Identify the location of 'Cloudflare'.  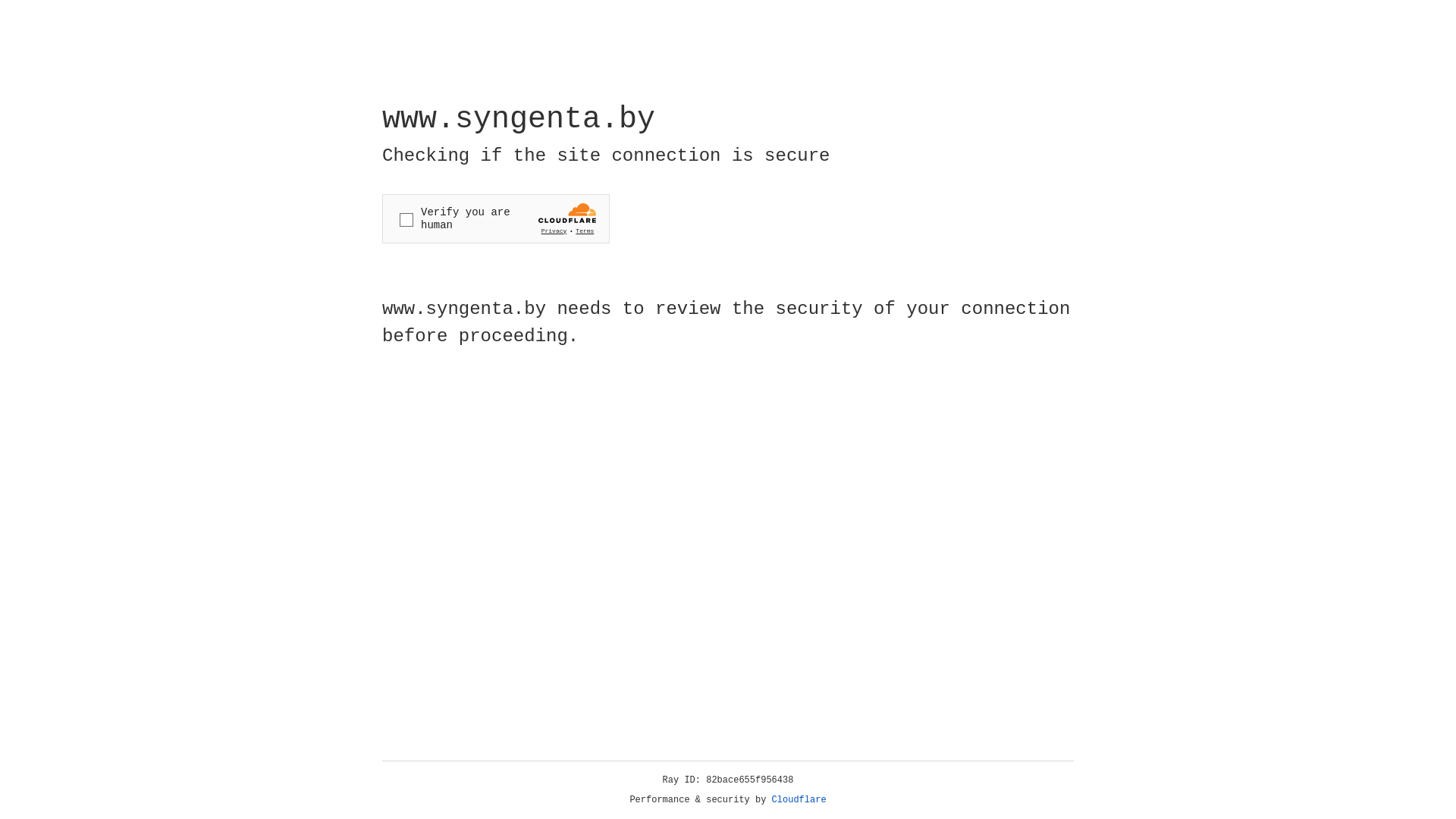
(799, 799).